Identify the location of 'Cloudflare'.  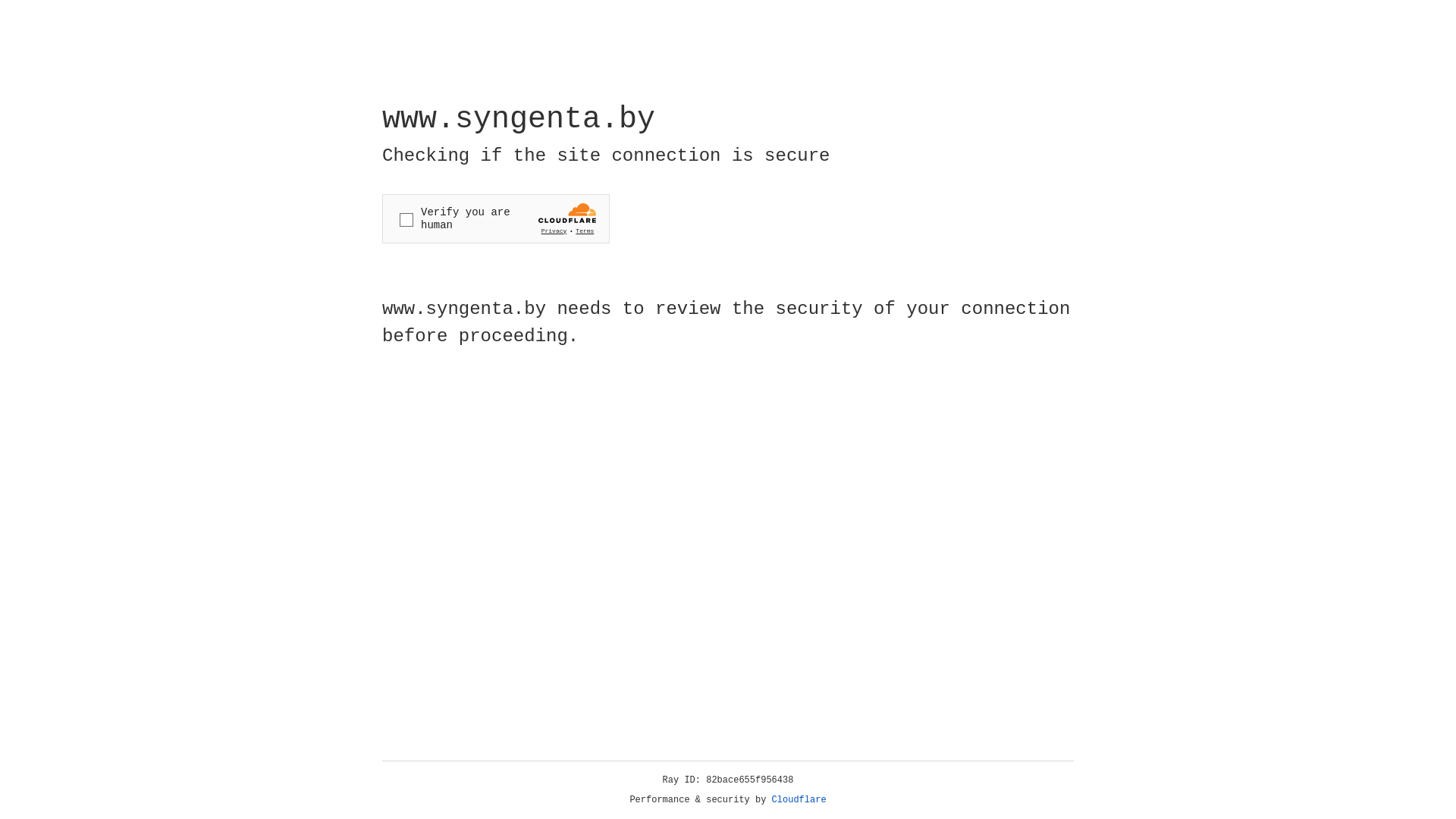
(799, 799).